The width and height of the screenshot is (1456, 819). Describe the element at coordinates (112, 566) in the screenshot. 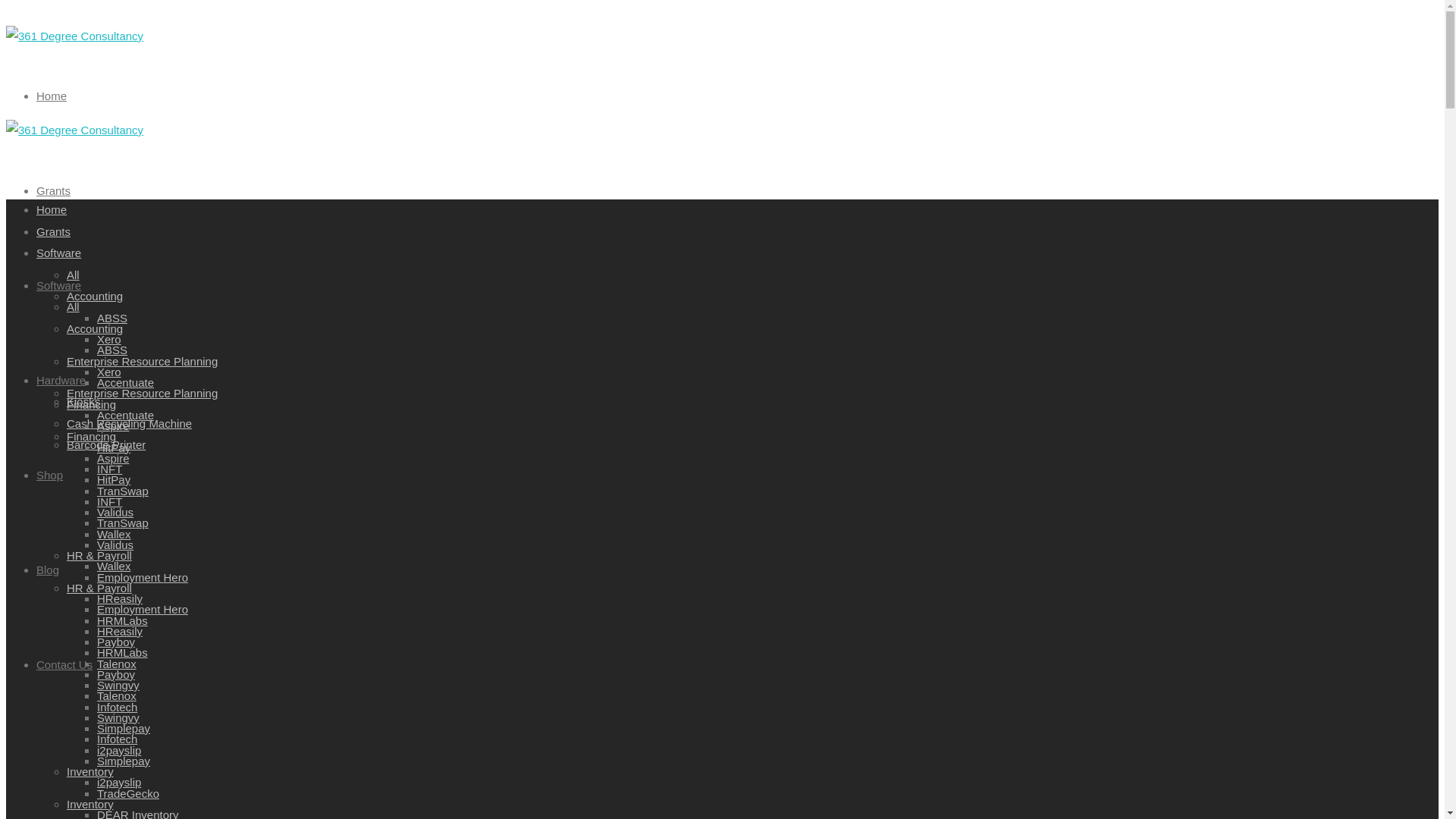

I see `'Wallex'` at that location.